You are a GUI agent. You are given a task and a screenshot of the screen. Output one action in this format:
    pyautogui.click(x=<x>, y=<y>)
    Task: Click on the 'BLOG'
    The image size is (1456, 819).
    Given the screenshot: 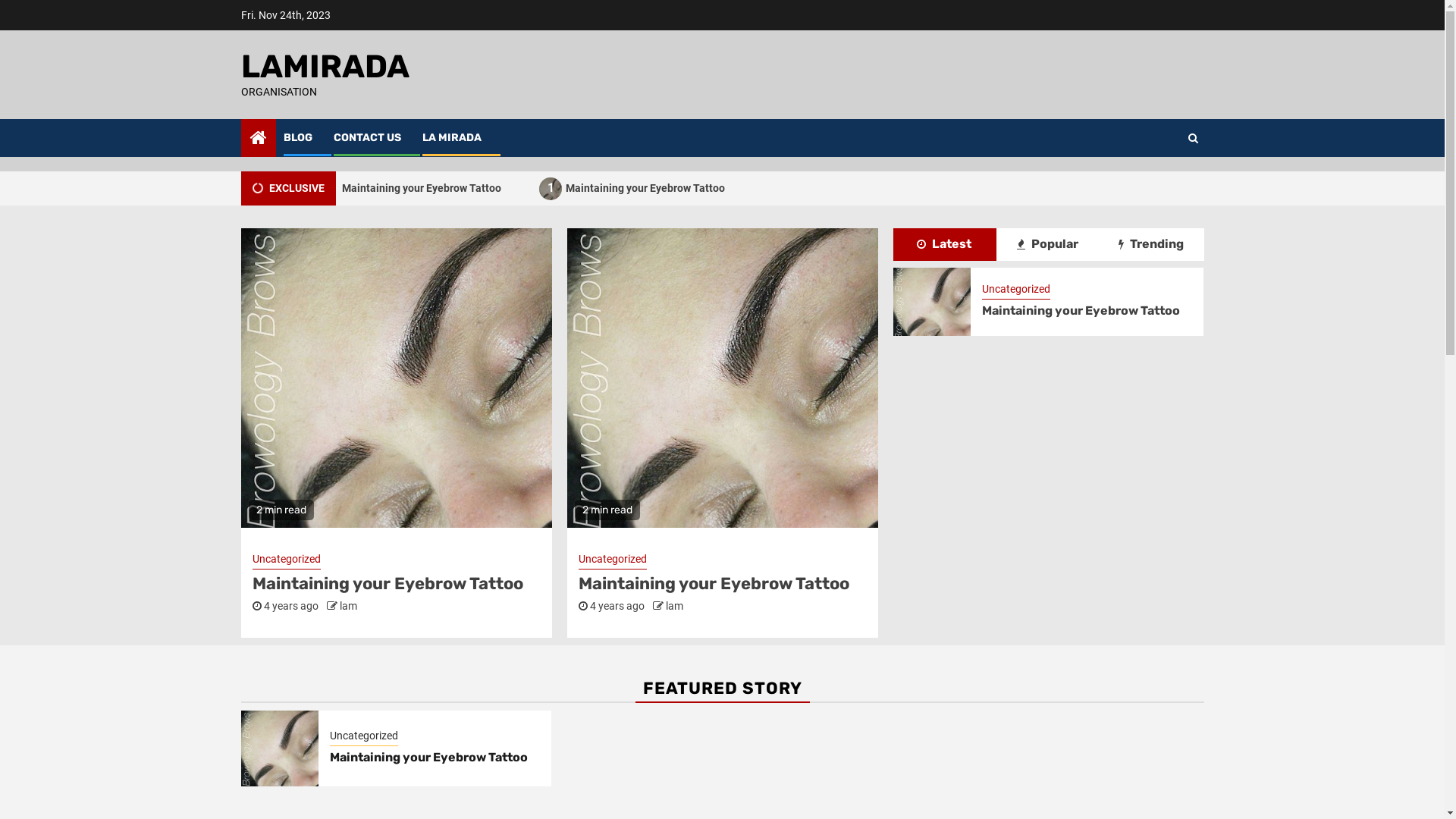 What is the action you would take?
    pyautogui.click(x=284, y=137)
    